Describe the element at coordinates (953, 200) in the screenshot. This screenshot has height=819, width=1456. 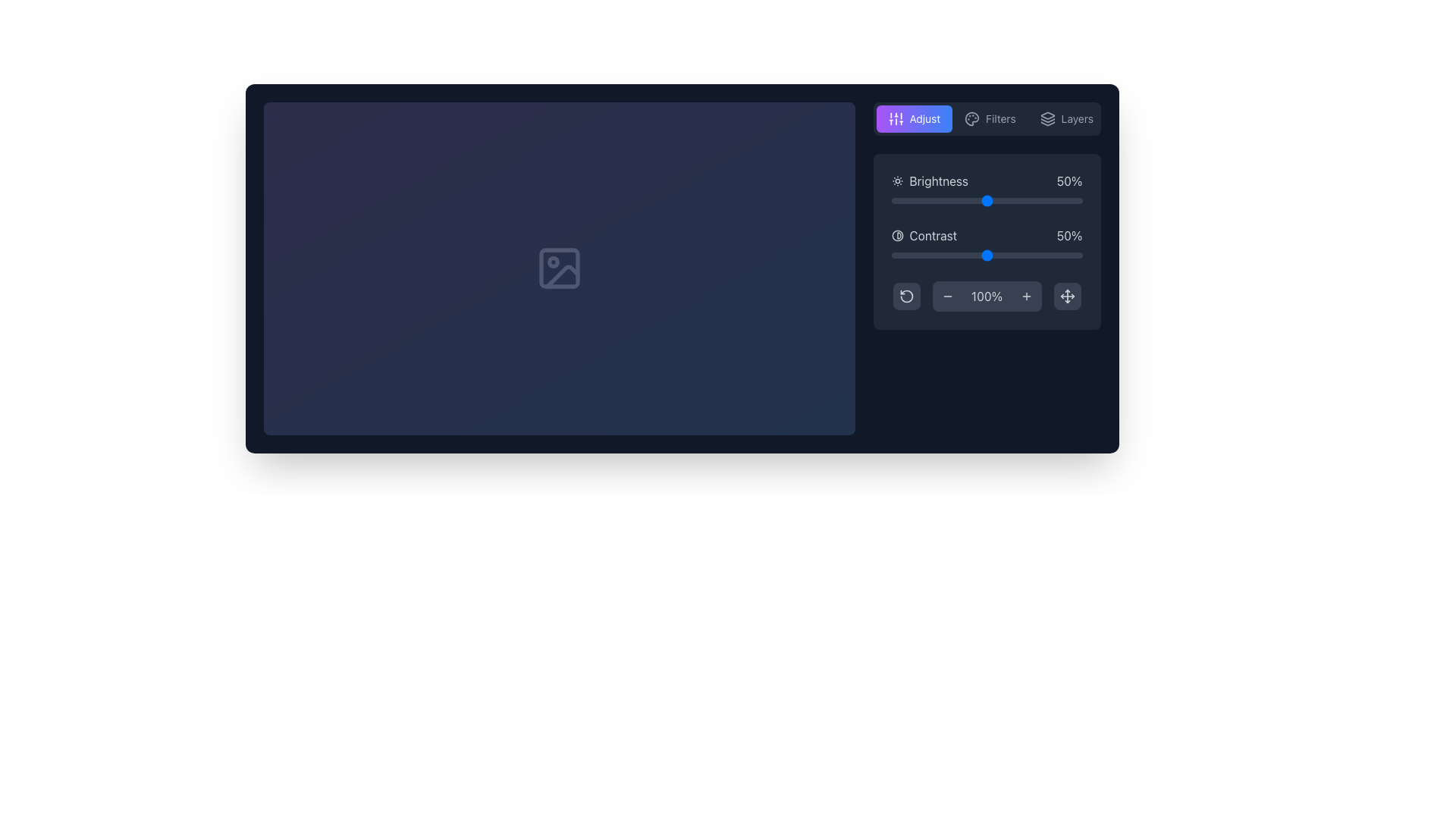
I see `the slider value` at that location.